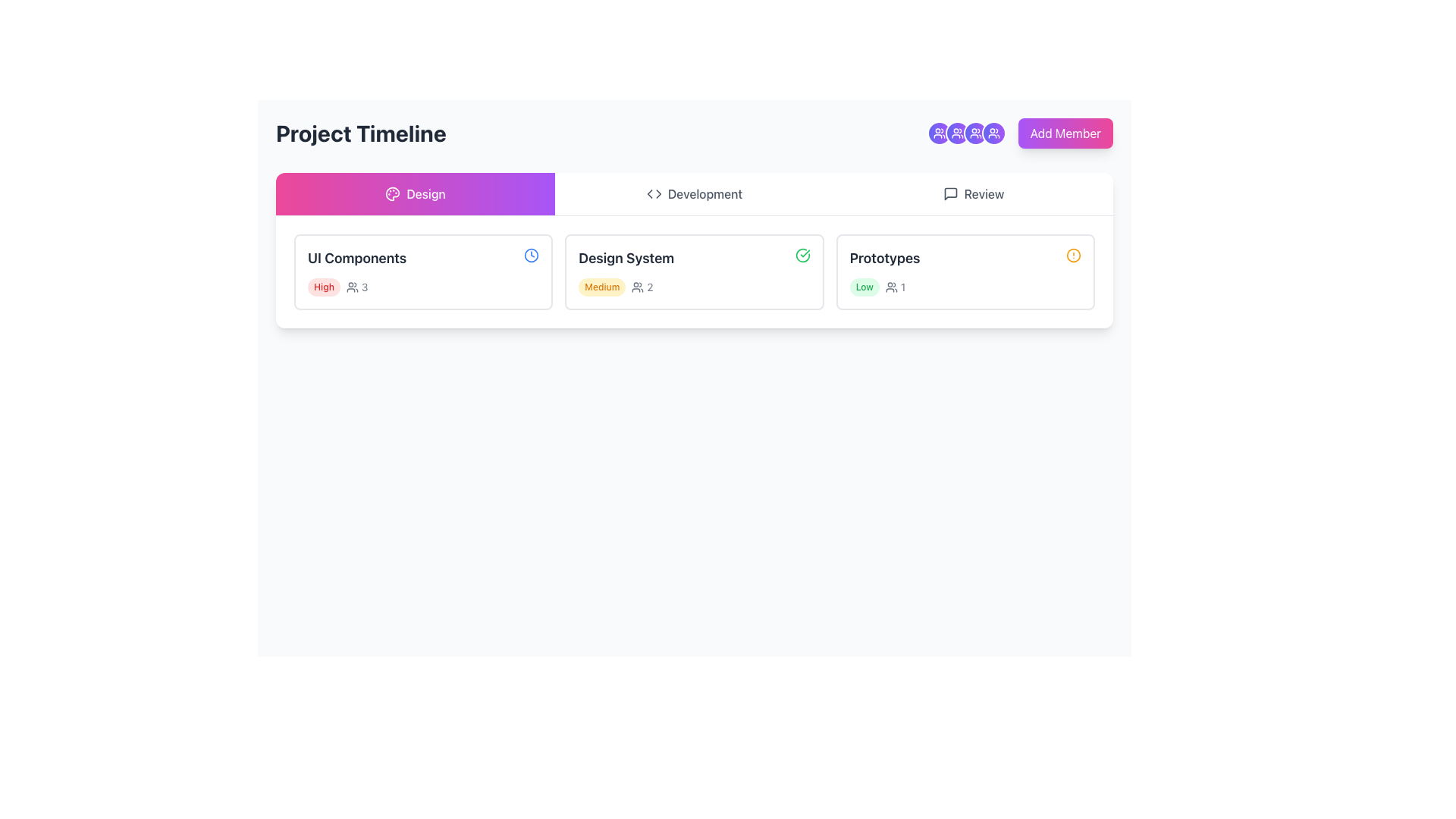 Image resolution: width=1456 pixels, height=819 pixels. Describe the element at coordinates (975, 133) in the screenshot. I see `the fourth circular user icon from the left, styled with a gradient from indigo to purple and a white border, located near the top-right side of the interface` at that location.